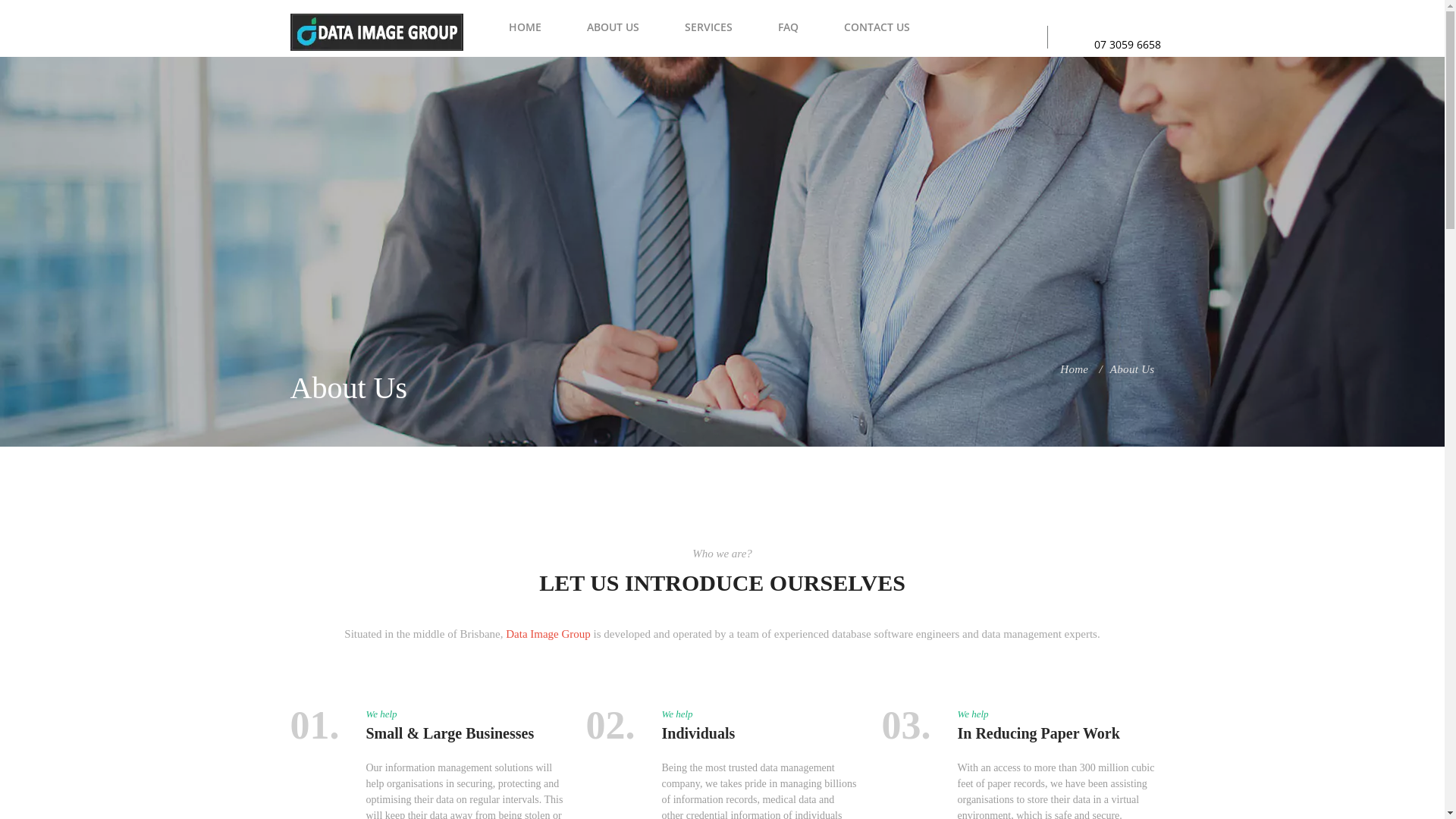 The height and width of the screenshot is (819, 1456). Describe the element at coordinates (1073, 369) in the screenshot. I see `'Home'` at that location.